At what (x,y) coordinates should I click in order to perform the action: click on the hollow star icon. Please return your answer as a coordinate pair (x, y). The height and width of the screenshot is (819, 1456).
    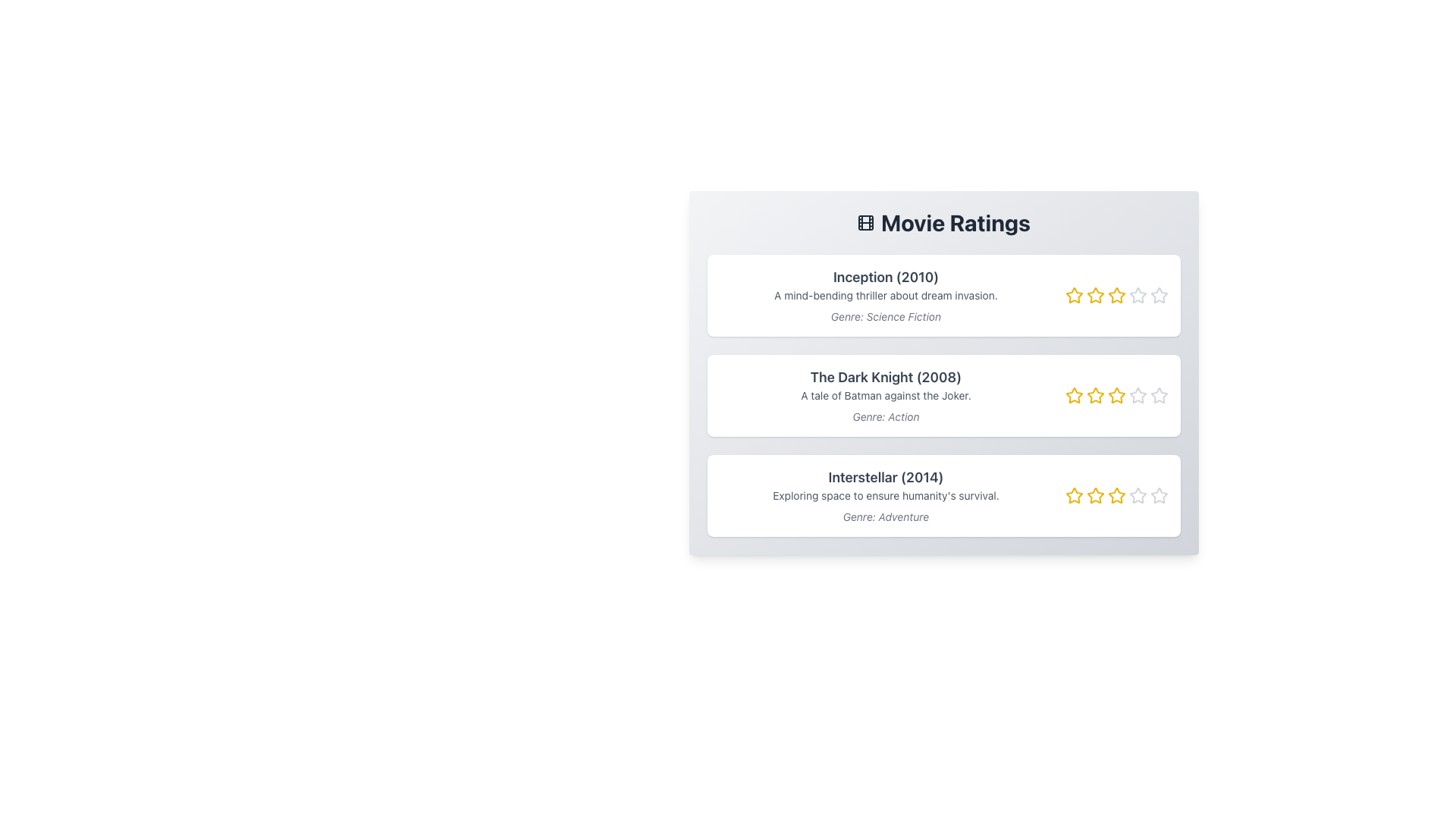
    Looking at the image, I should click on (1158, 295).